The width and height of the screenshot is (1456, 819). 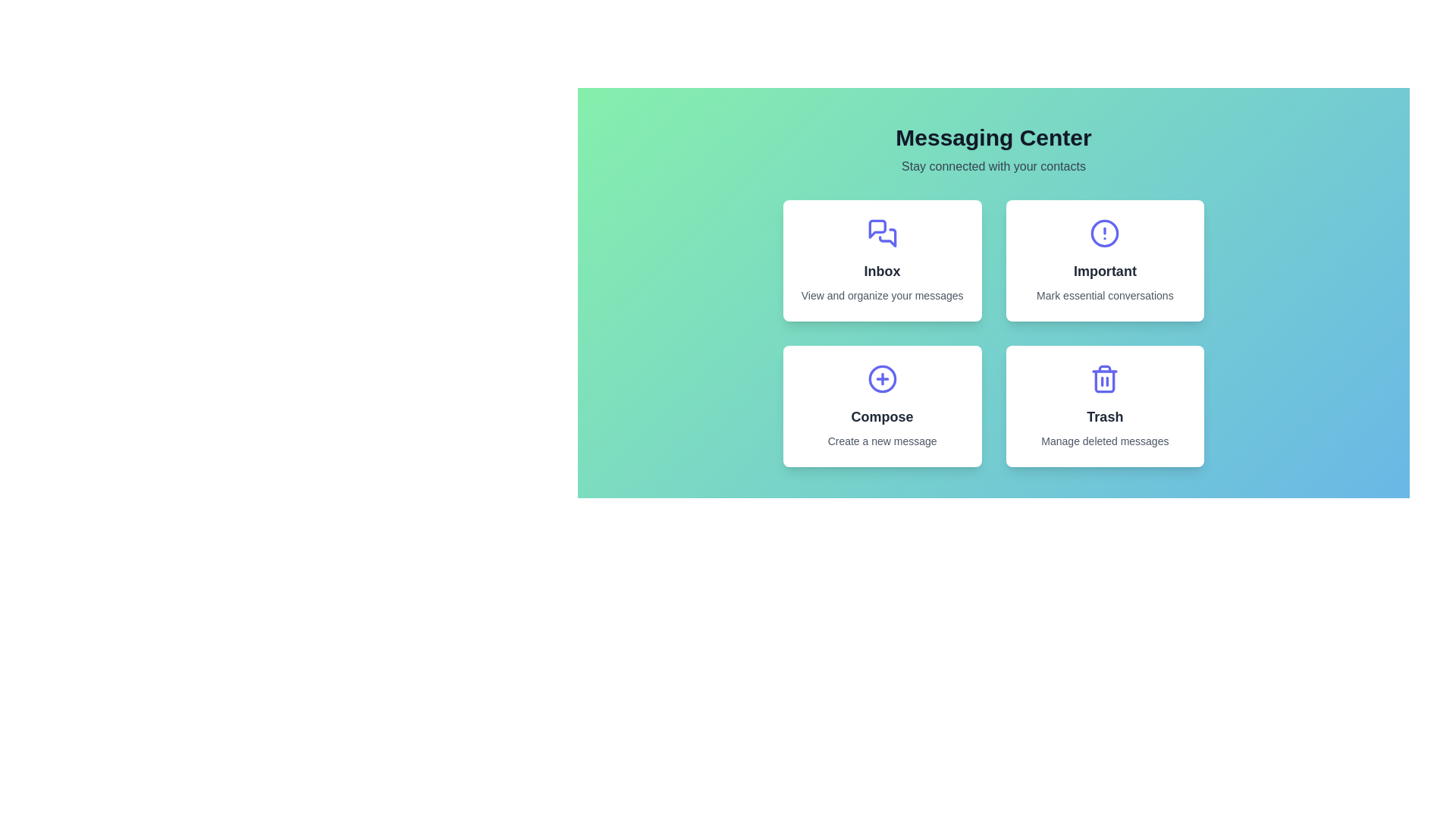 What do you see at coordinates (882, 234) in the screenshot?
I see `the 'Inbox' icon located in the upper-left card of the 2x2 grid under 'Messaging Center'` at bounding box center [882, 234].